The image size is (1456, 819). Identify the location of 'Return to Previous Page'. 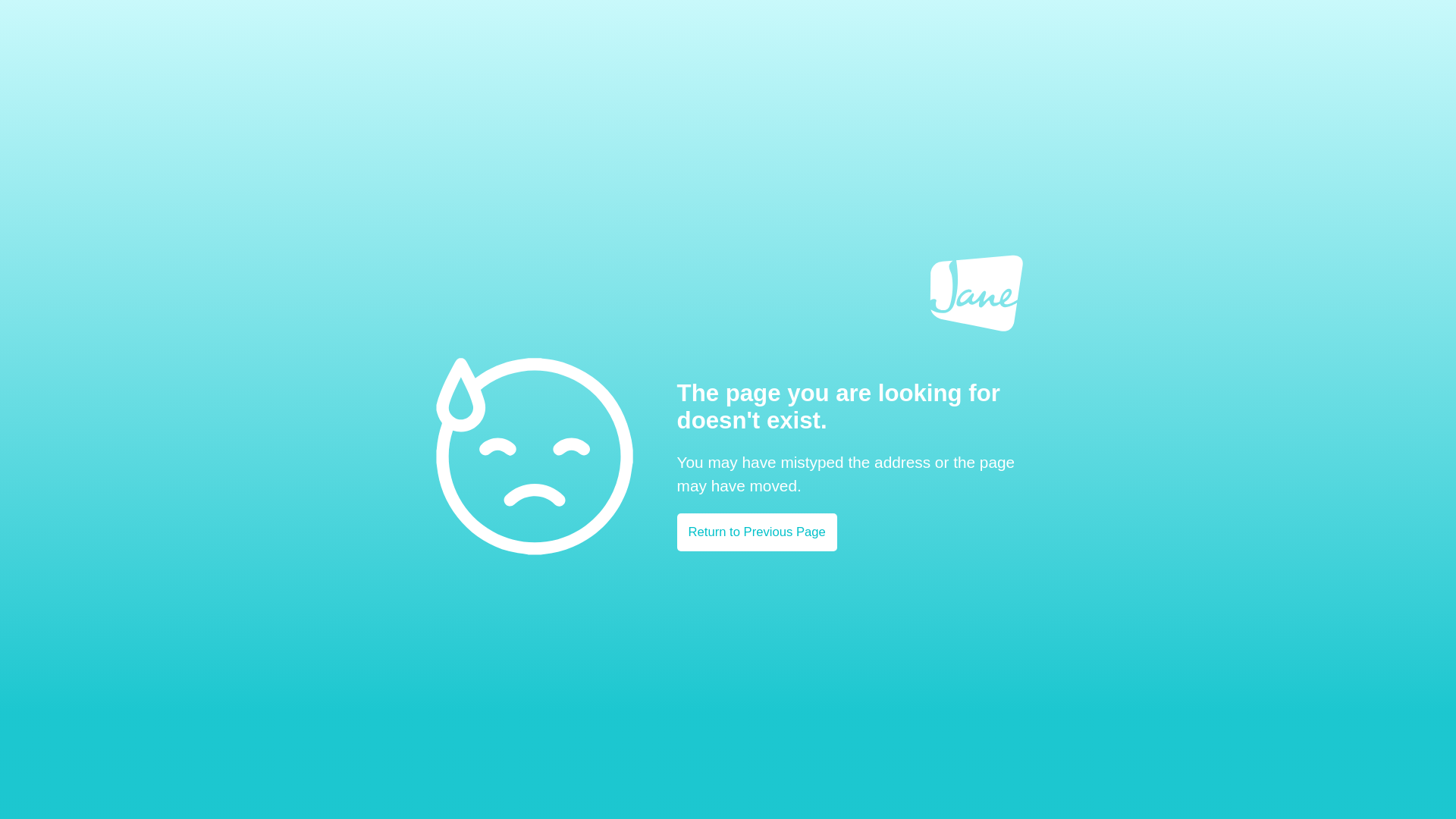
(757, 532).